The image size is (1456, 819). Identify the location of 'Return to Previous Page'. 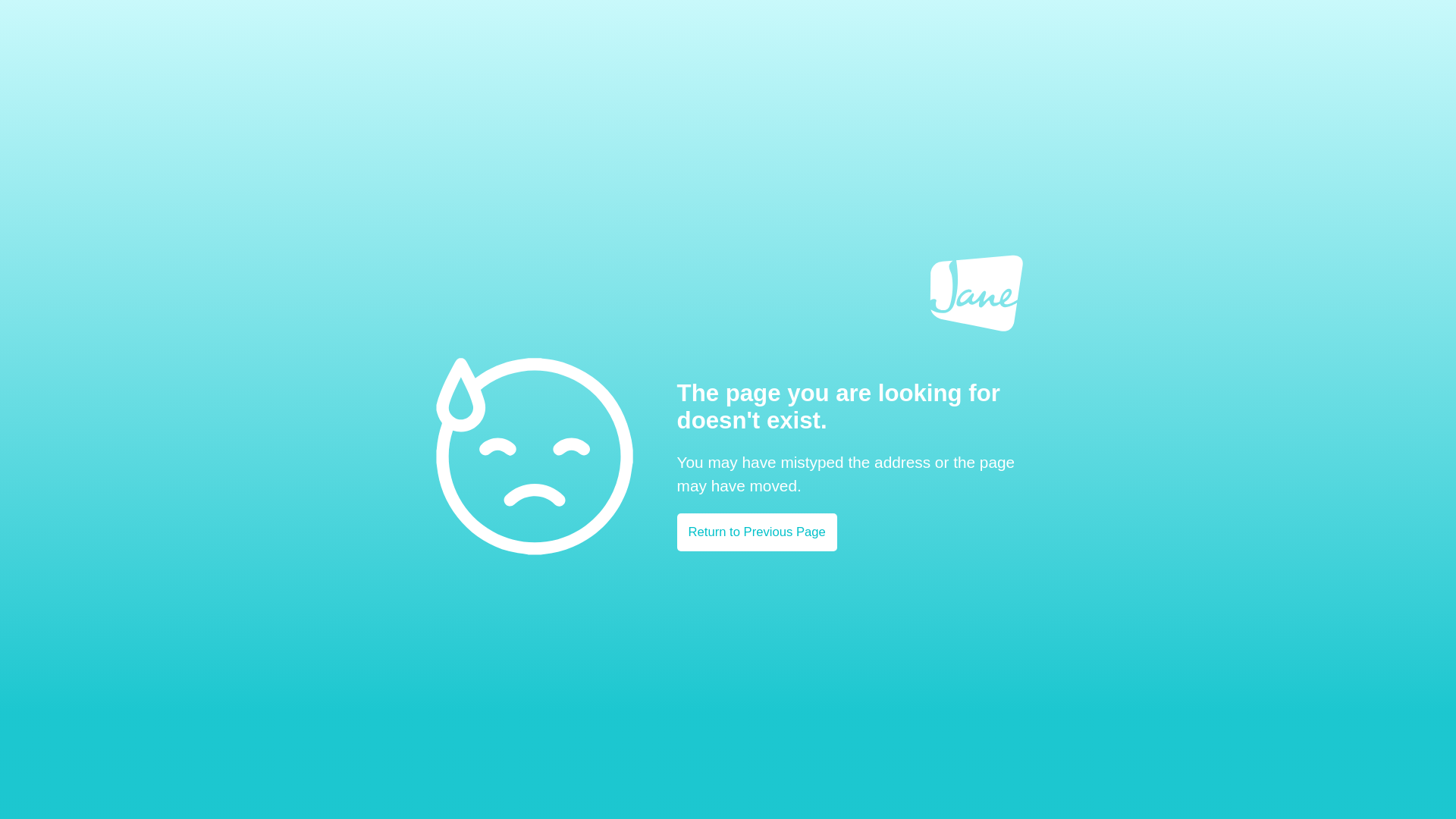
(757, 532).